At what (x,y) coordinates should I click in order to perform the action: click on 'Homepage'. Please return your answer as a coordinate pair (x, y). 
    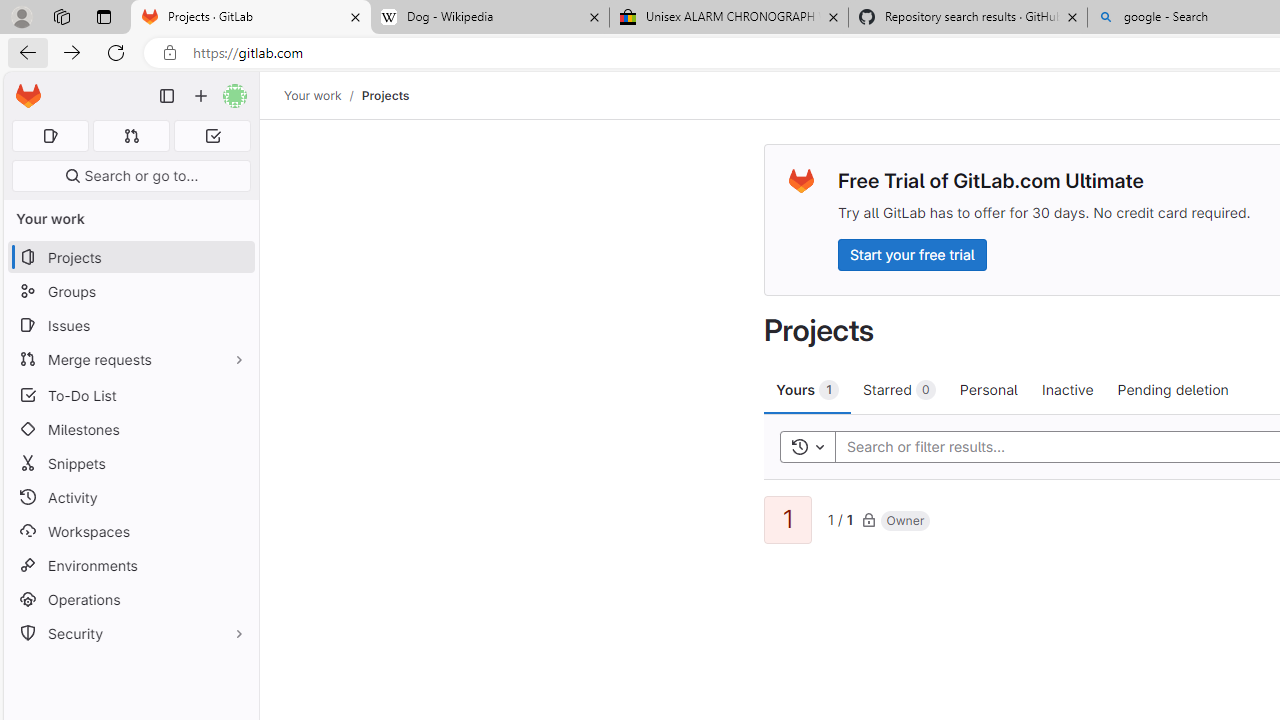
    Looking at the image, I should click on (28, 96).